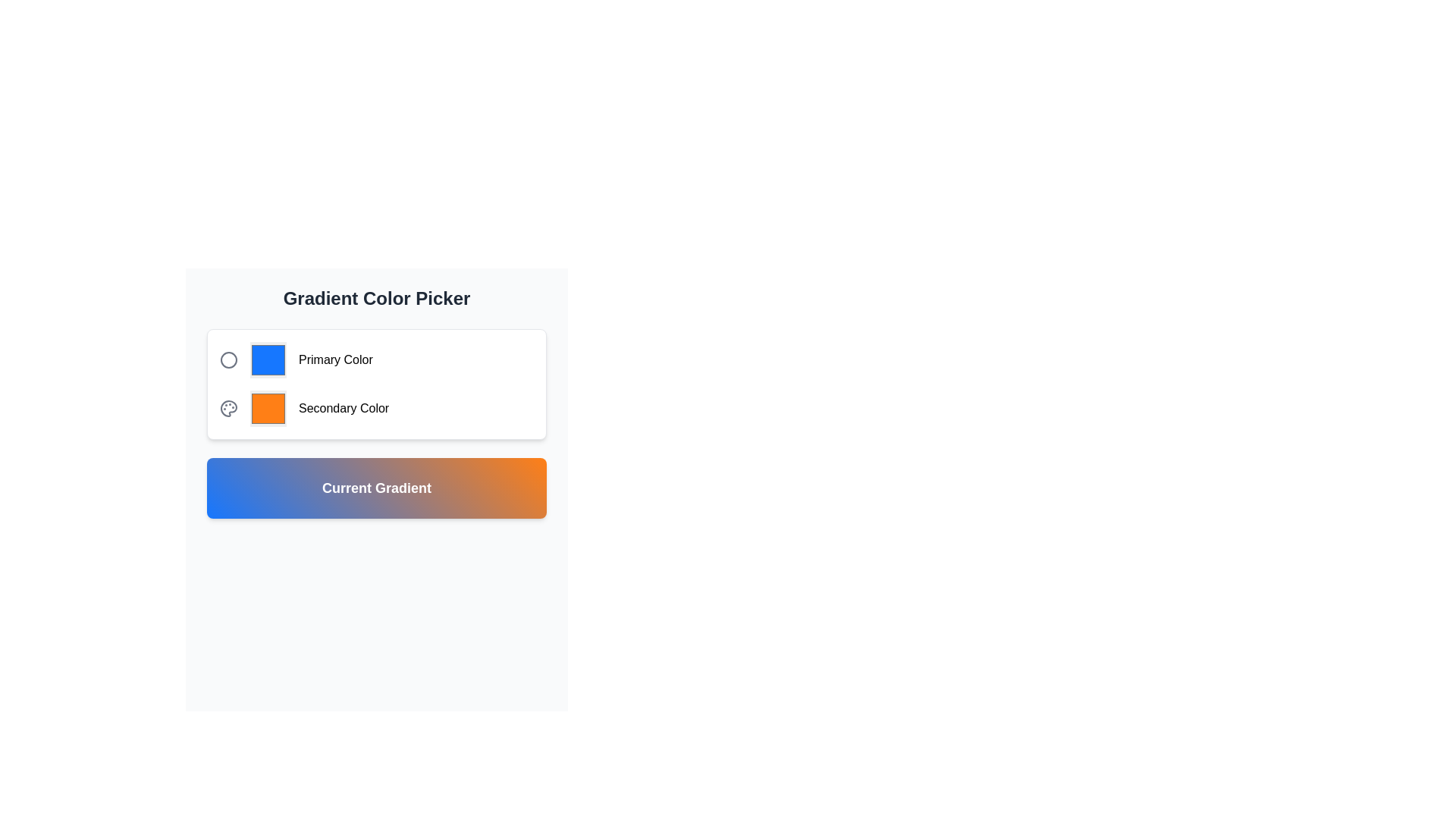 The width and height of the screenshot is (1456, 819). What do you see at coordinates (343, 408) in the screenshot?
I see `the text element displaying 'Secondary Color' located in the 'Gradient Color Picker' box, positioned below 'Primary Color' and to the right of the orange color picker` at bounding box center [343, 408].